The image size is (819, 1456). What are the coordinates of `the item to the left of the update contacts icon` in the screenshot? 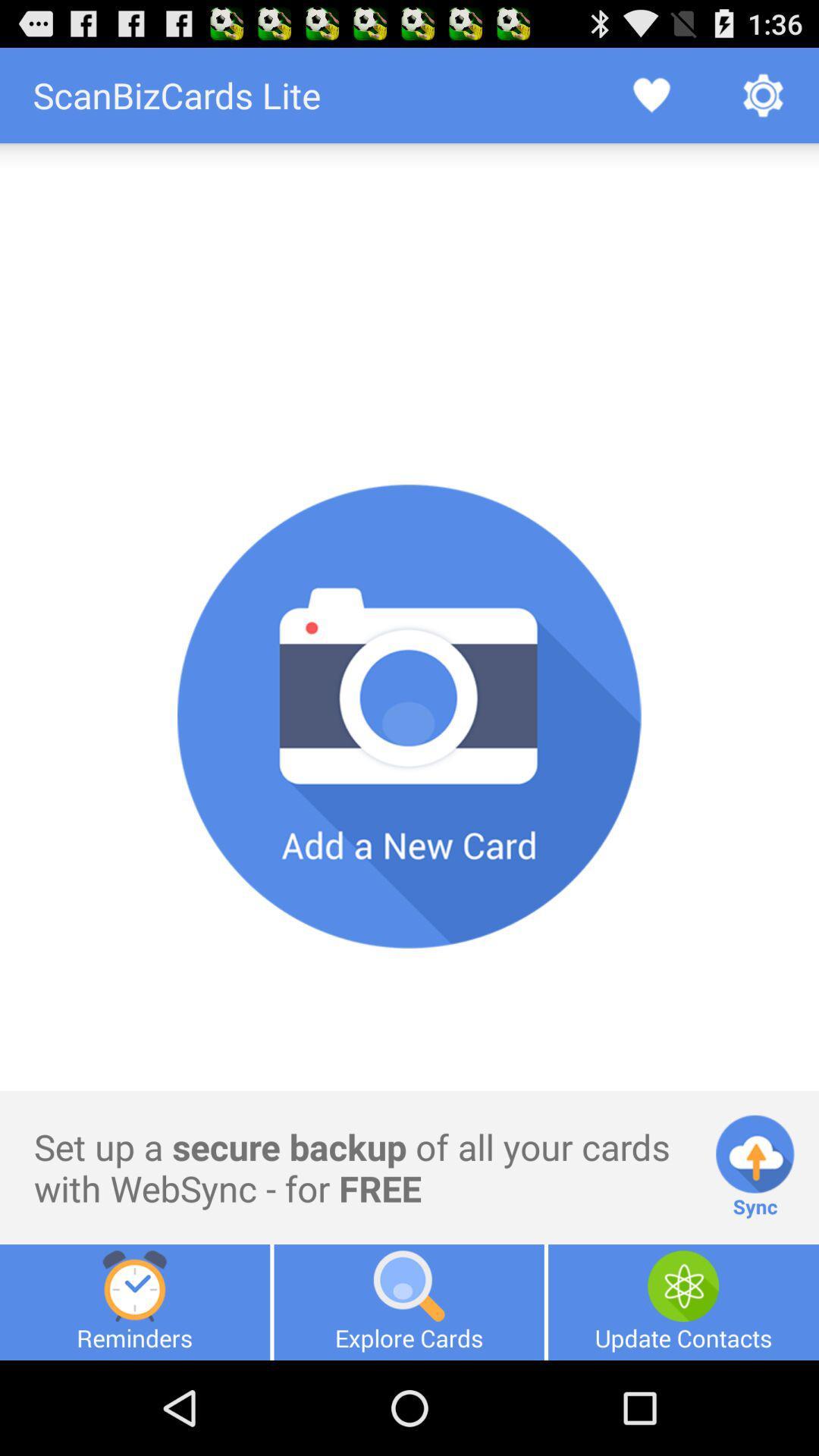 It's located at (408, 1301).